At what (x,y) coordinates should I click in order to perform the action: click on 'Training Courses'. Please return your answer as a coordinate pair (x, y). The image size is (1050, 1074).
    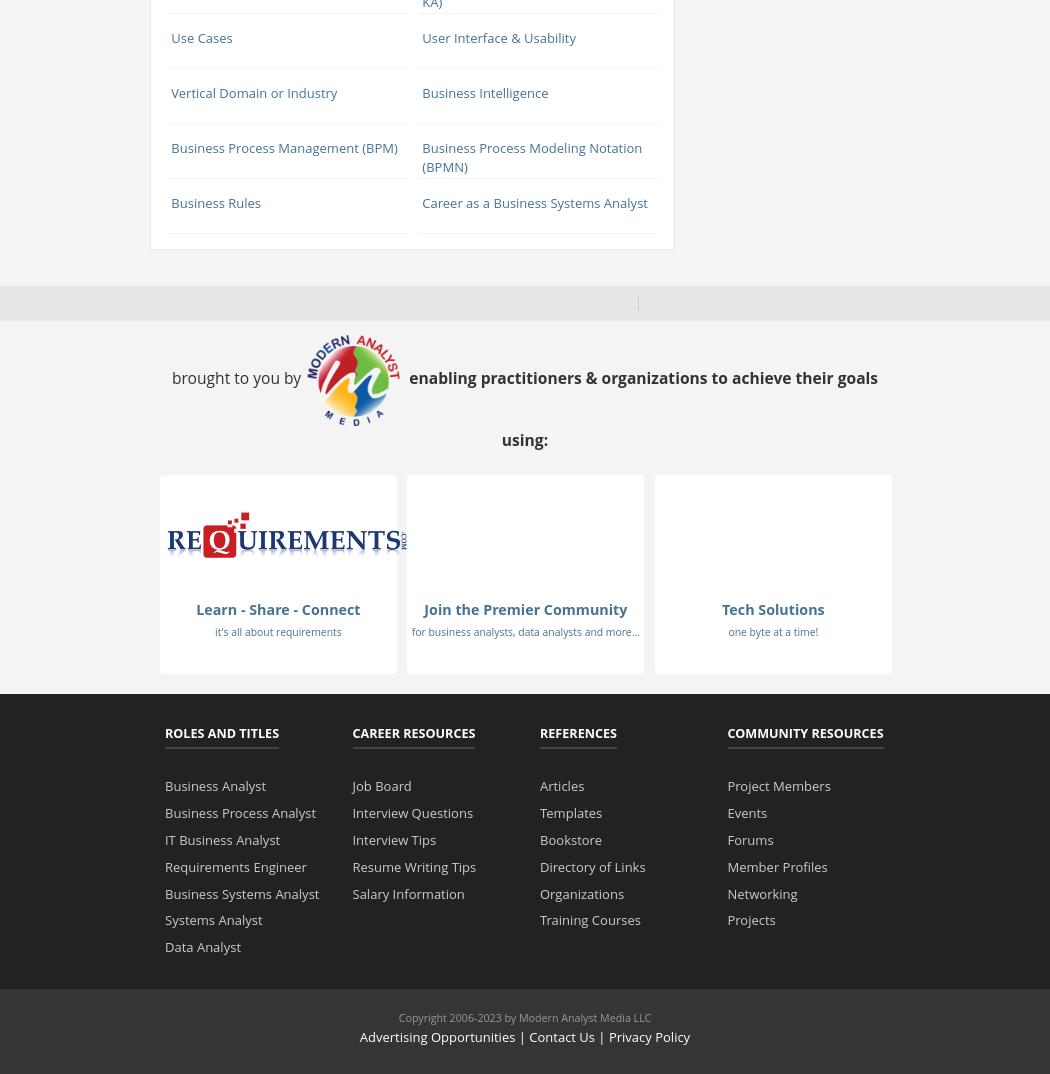
    Looking at the image, I should click on (588, 919).